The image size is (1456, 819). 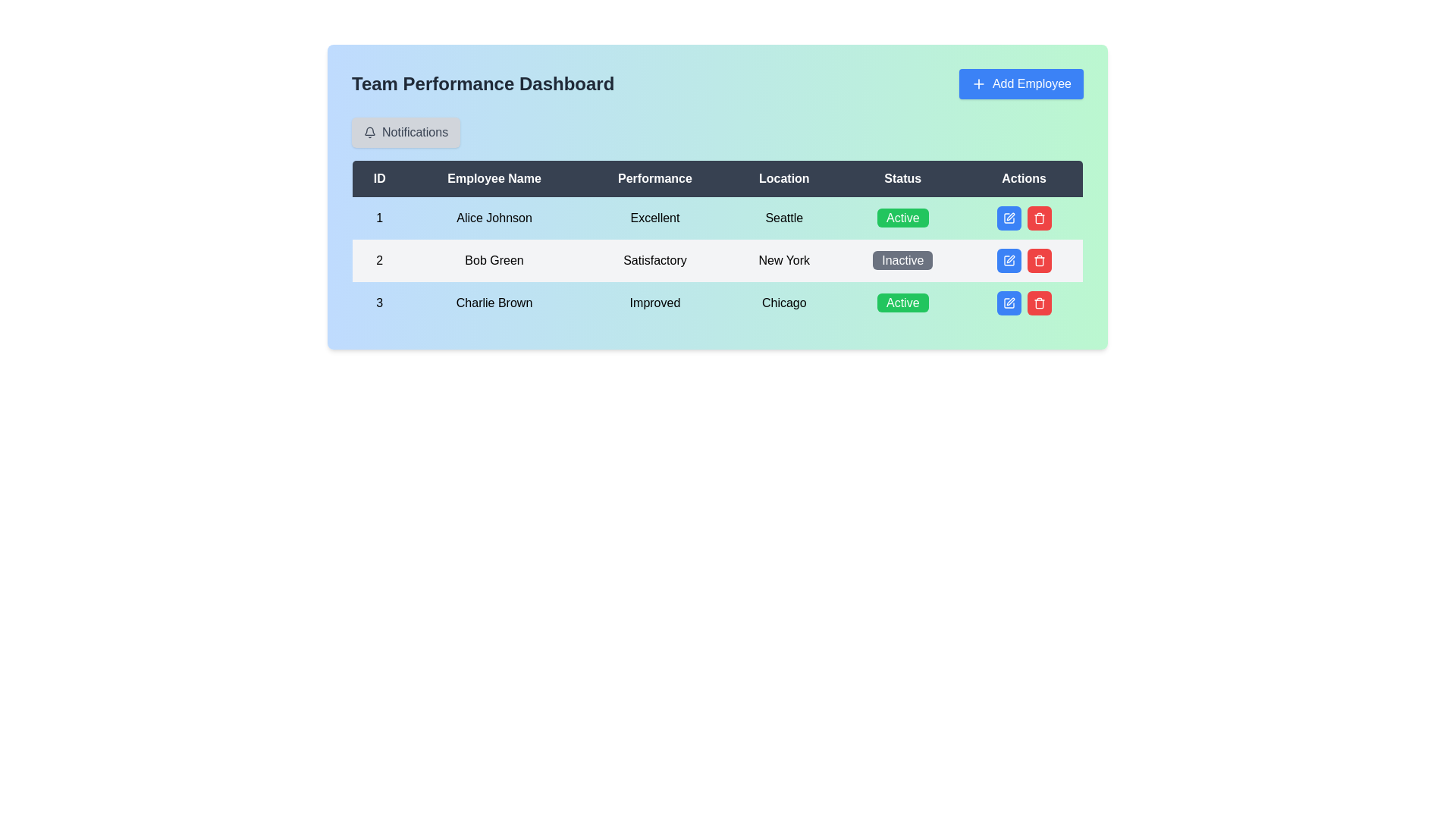 I want to click on the small red button with a white trash can icon located in the 'Actions' column of the second row in the table, so click(x=1038, y=259).